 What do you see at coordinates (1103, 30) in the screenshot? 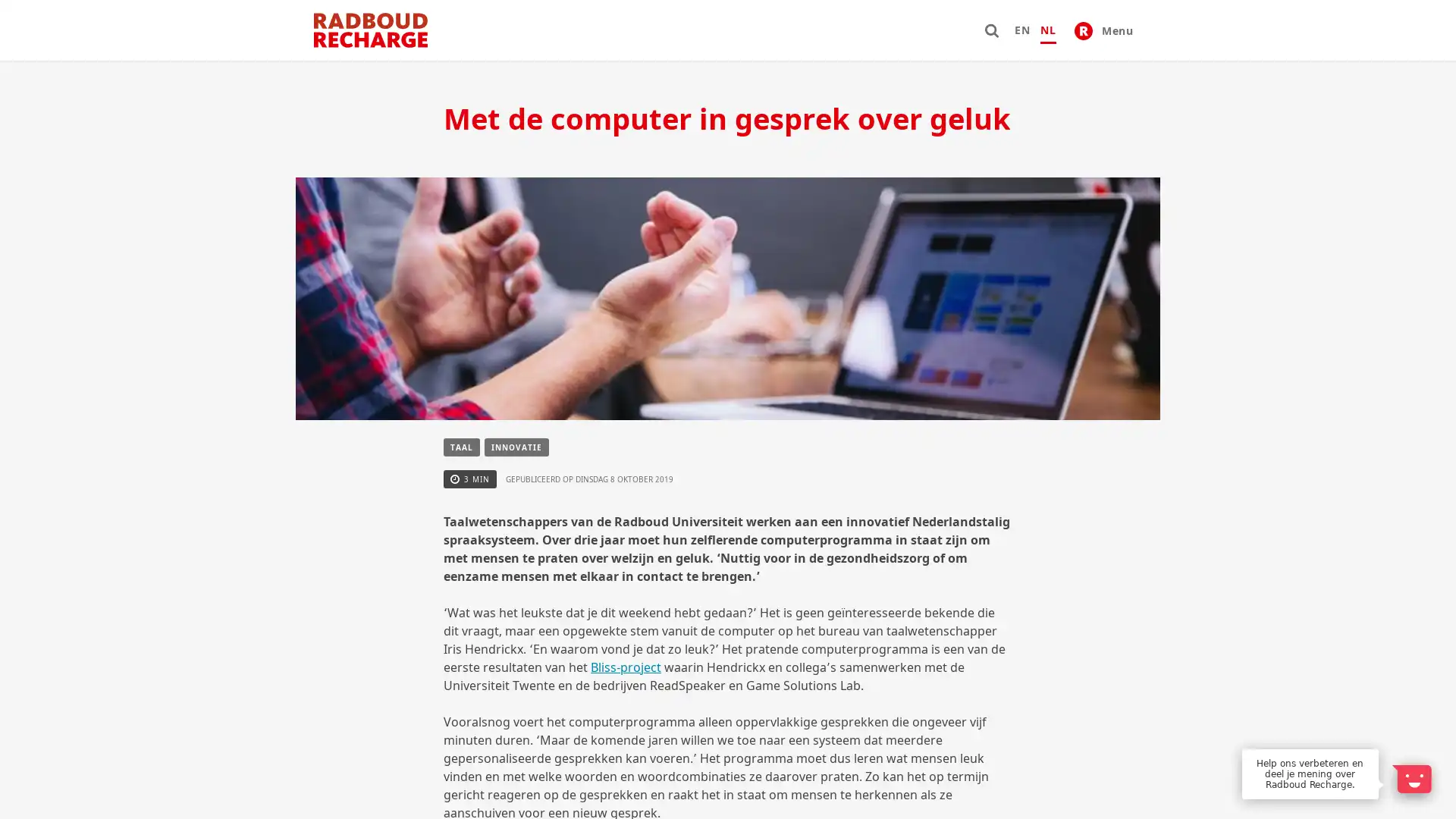
I see `Menu` at bounding box center [1103, 30].